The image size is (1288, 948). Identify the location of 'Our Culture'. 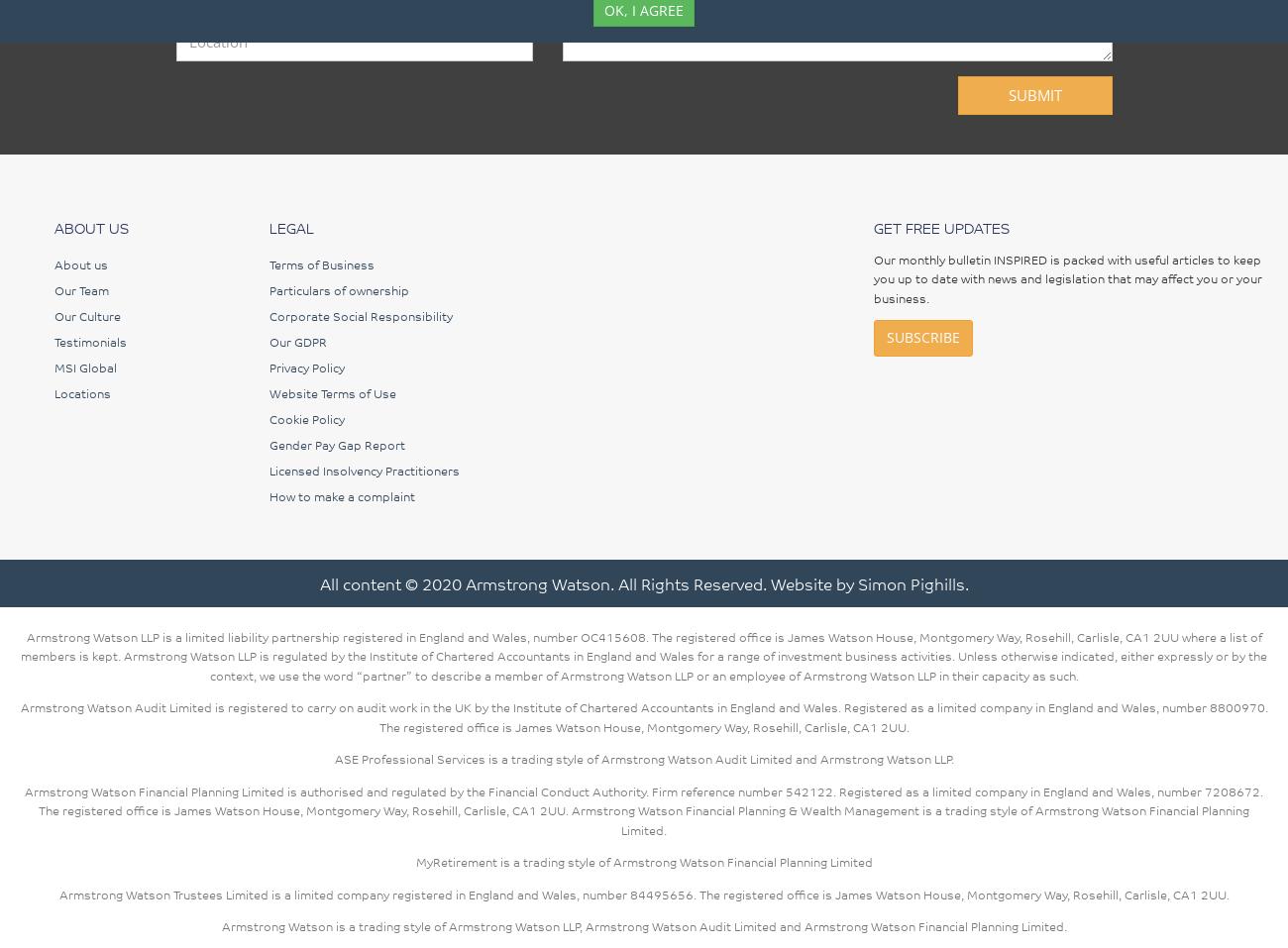
(87, 314).